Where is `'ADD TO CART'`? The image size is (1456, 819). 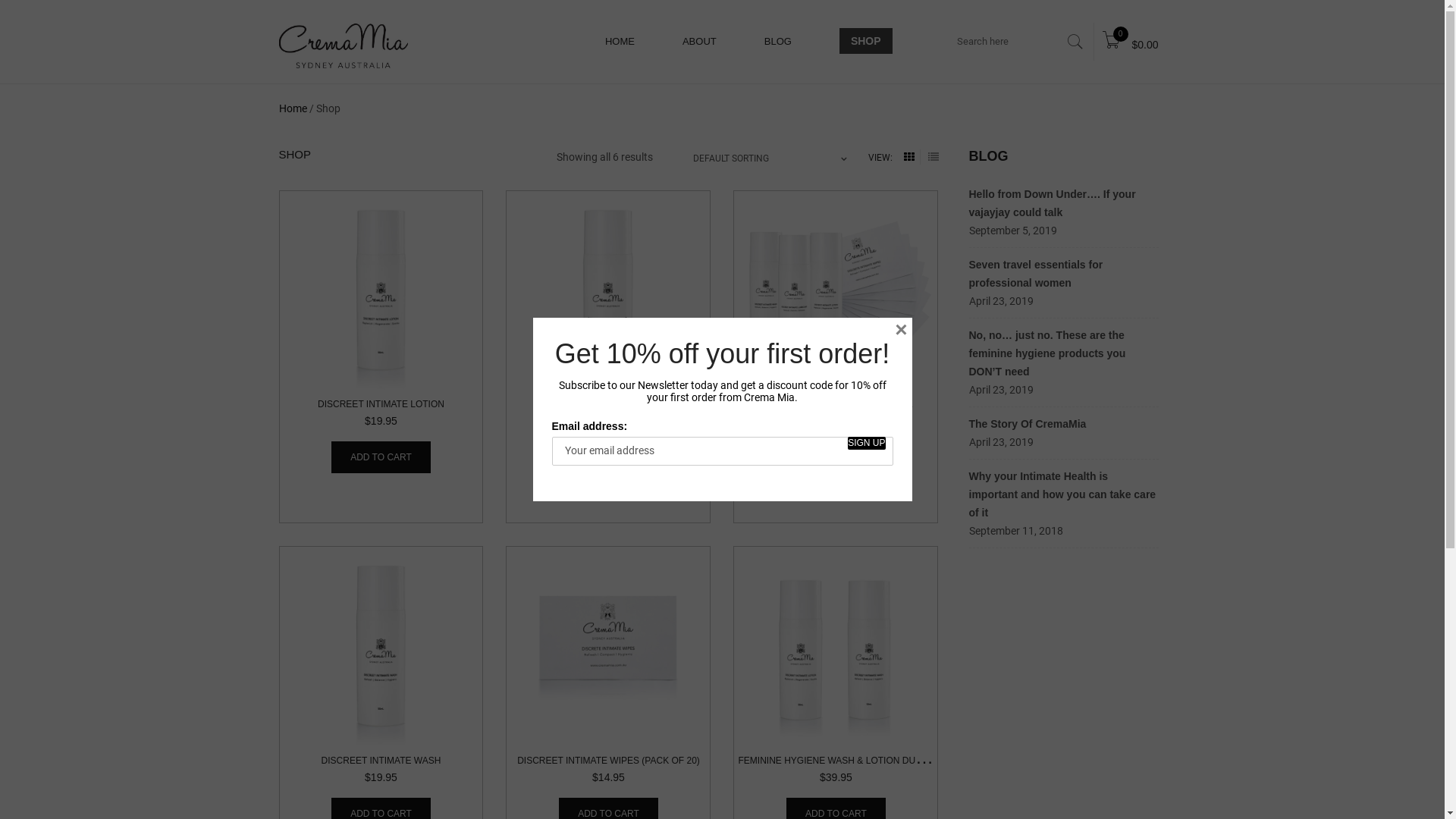
'ADD TO CART' is located at coordinates (381, 456).